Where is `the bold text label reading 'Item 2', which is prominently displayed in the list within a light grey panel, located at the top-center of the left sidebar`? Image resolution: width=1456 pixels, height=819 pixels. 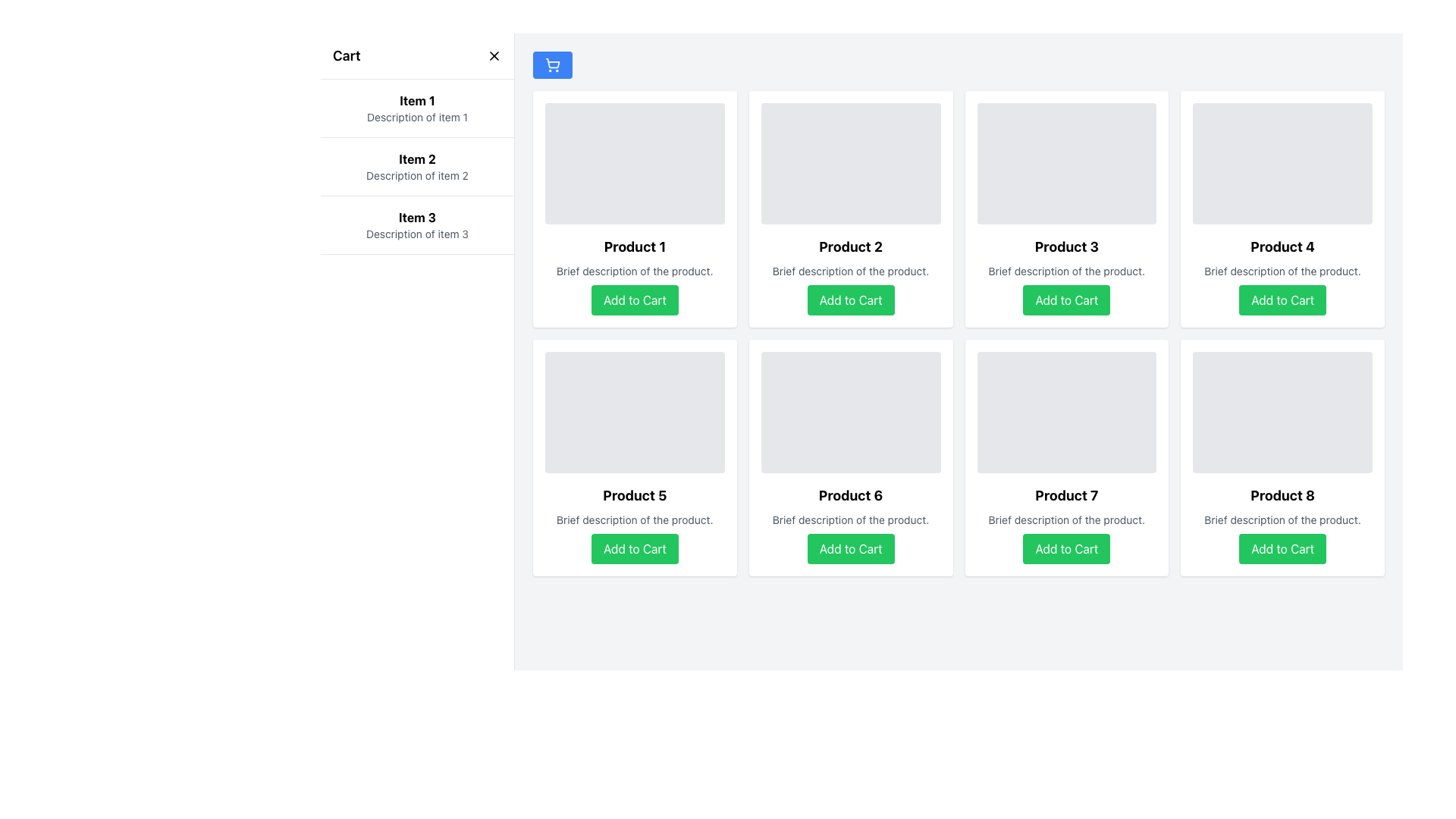
the bold text label reading 'Item 2', which is prominently displayed in the list within a light grey panel, located at the top-center of the left sidebar is located at coordinates (417, 158).